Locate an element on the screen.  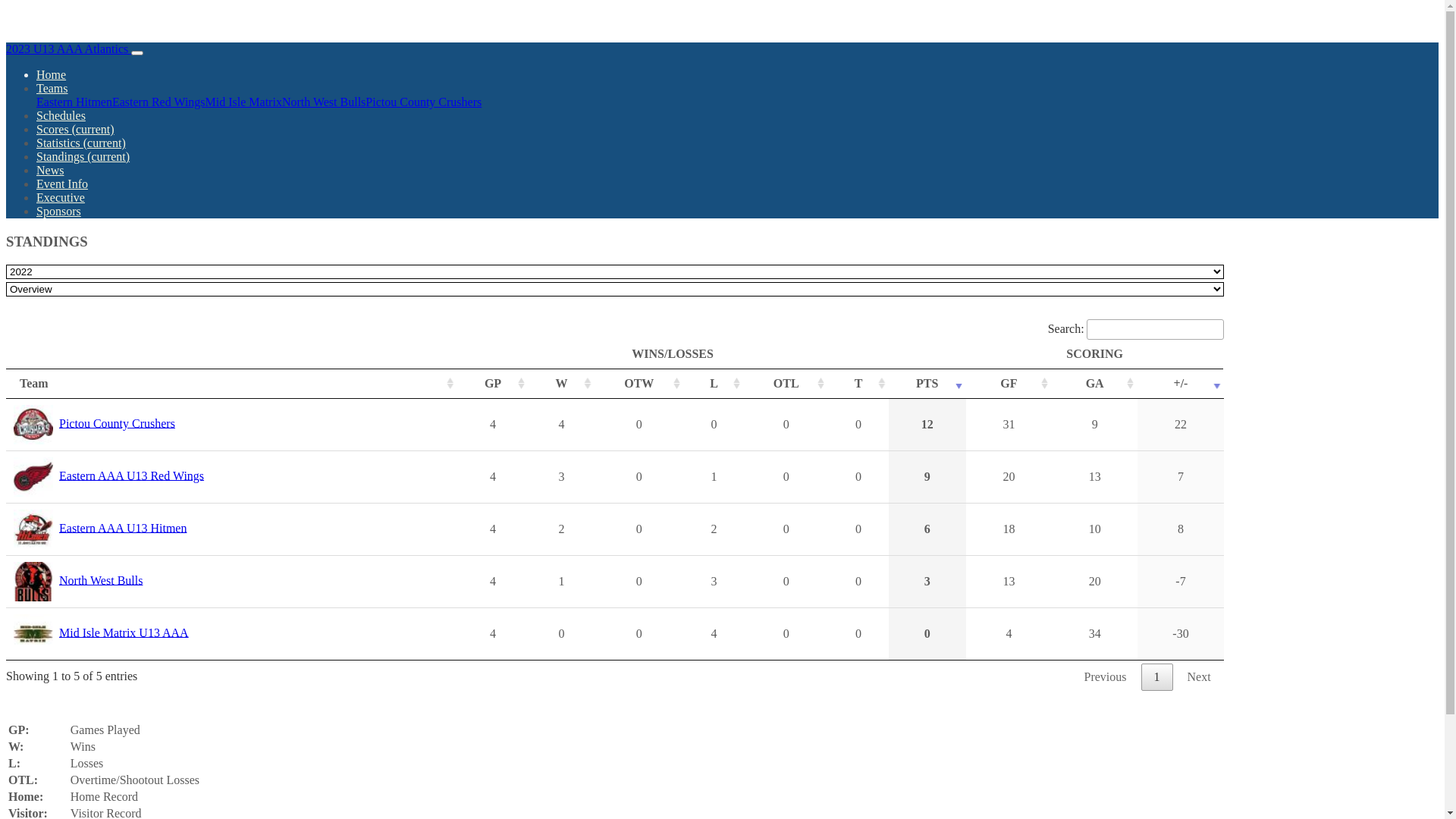
'Standings (current)' is located at coordinates (82, 156).